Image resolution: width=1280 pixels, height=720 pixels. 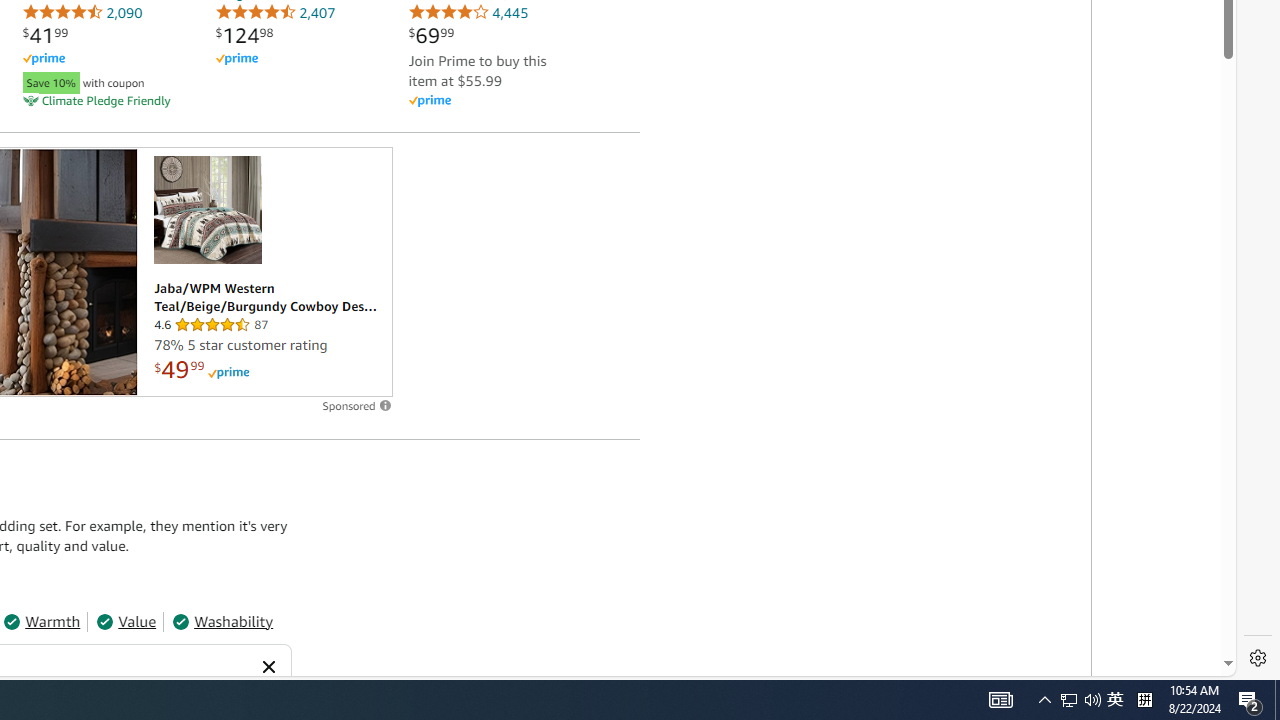 What do you see at coordinates (476, 69) in the screenshot?
I see `'Join Prime to buy this item at $55.99'` at bounding box center [476, 69].